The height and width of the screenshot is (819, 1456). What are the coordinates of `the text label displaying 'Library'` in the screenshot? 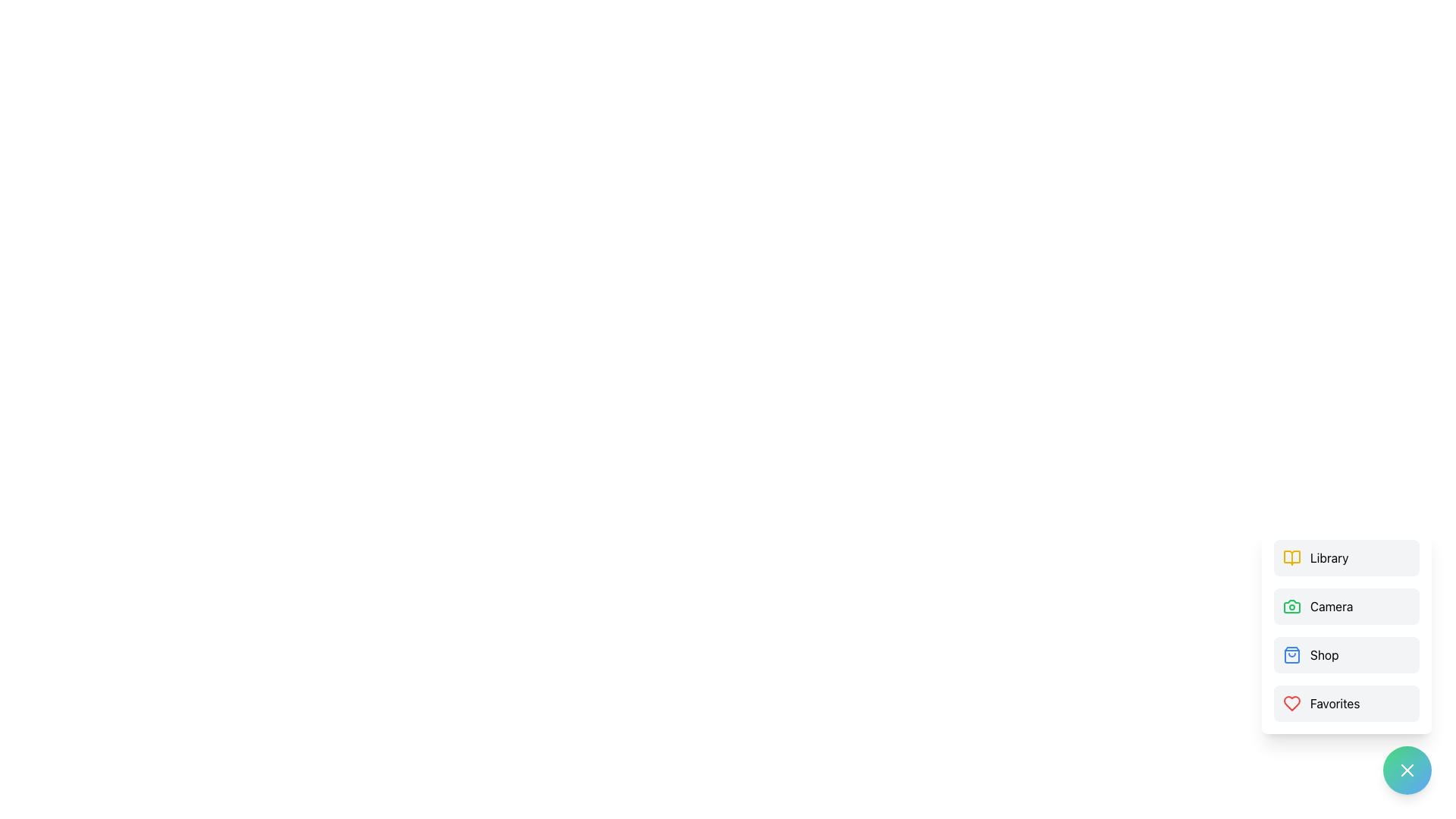 It's located at (1329, 558).